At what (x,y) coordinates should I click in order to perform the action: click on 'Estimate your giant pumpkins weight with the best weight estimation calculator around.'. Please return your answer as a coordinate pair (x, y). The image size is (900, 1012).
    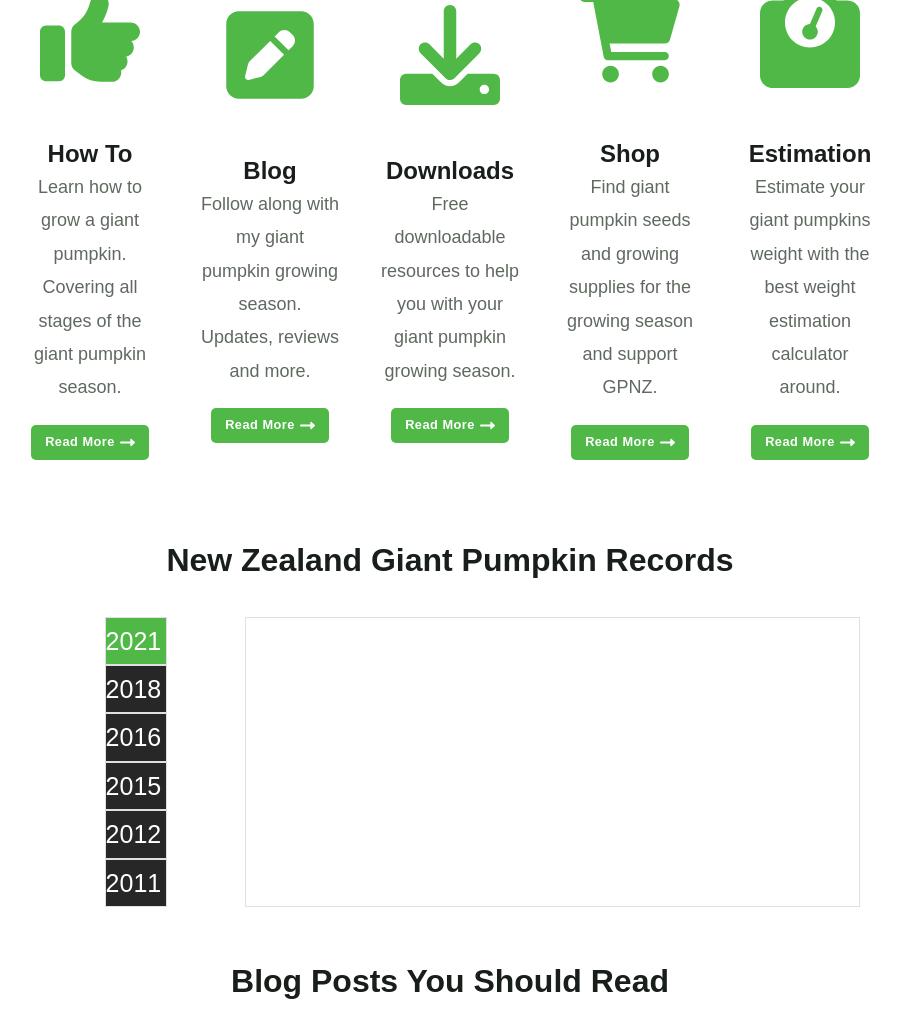
    Looking at the image, I should click on (809, 285).